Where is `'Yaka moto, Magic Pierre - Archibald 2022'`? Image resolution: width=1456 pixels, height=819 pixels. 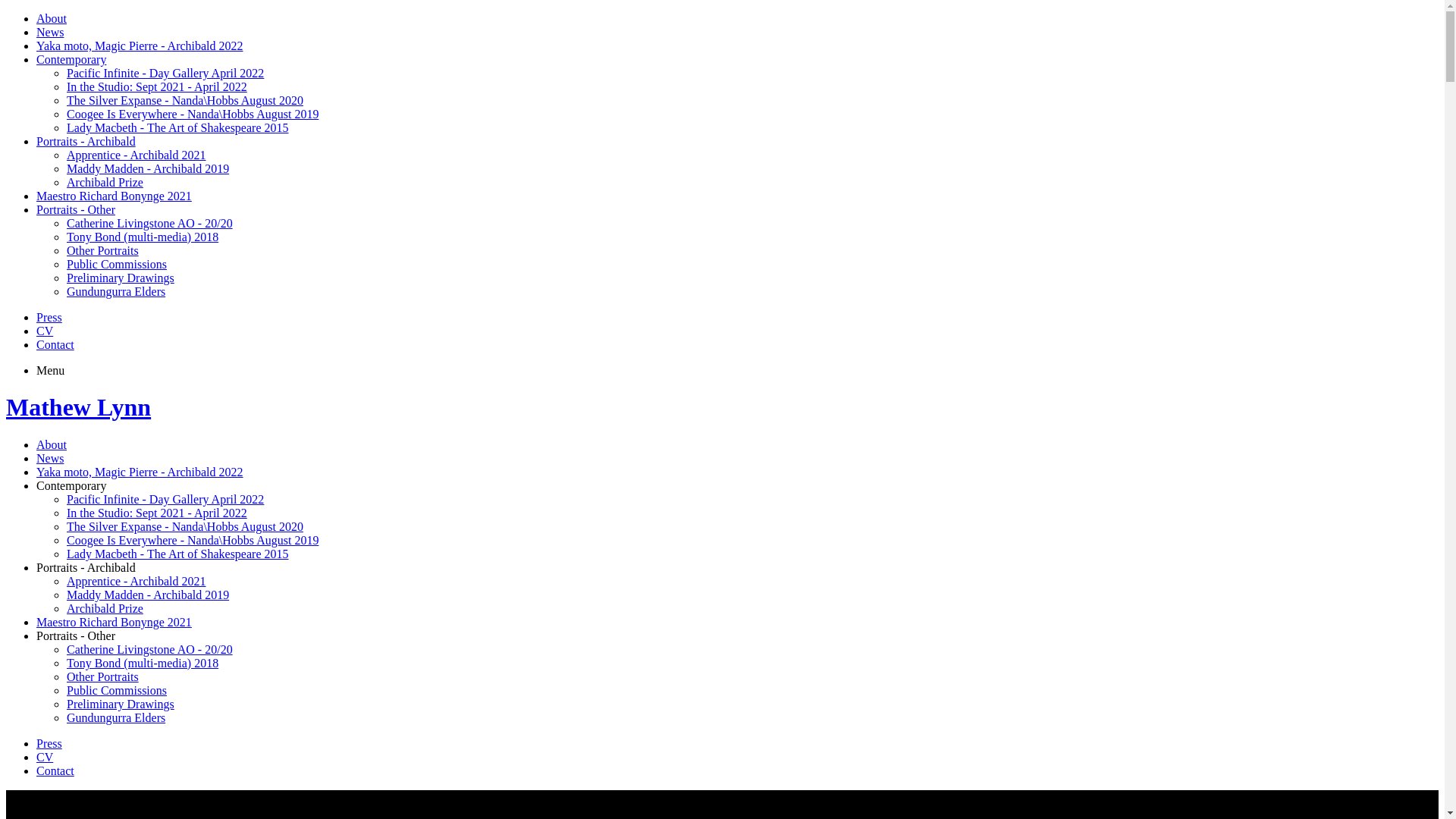 'Yaka moto, Magic Pierre - Archibald 2022' is located at coordinates (140, 471).